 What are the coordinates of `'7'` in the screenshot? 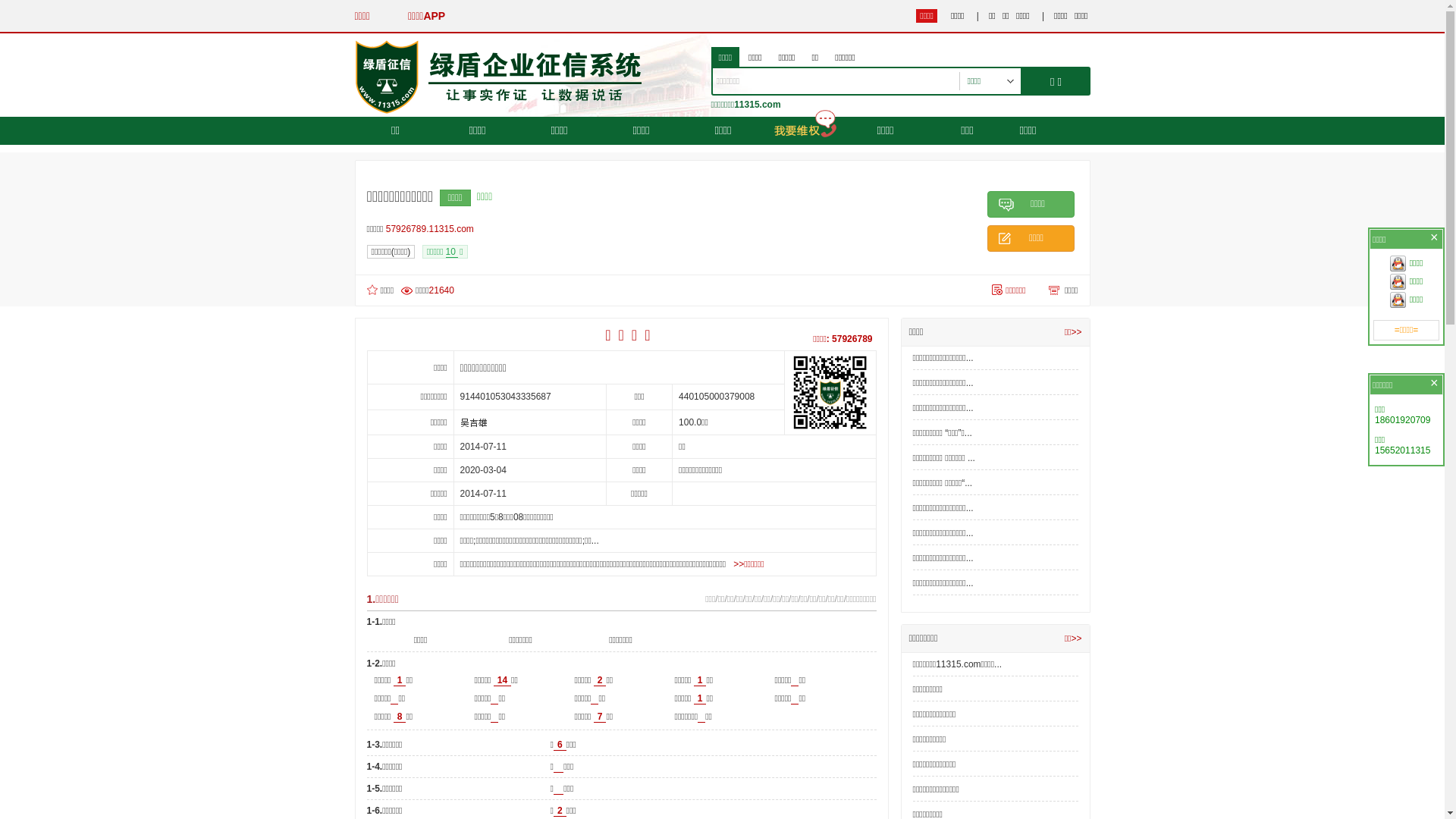 It's located at (599, 717).